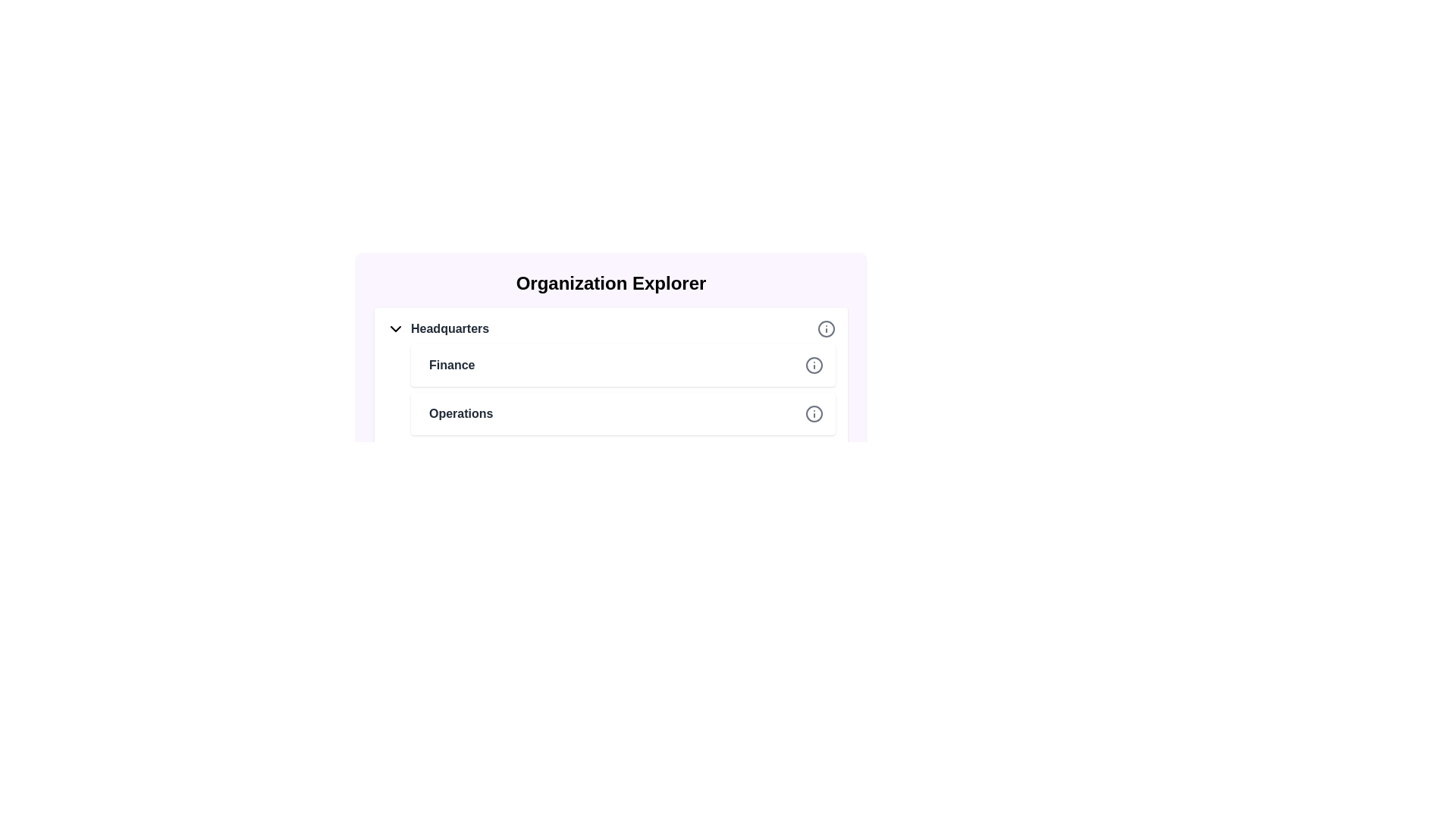 This screenshot has width=1456, height=819. Describe the element at coordinates (623, 366) in the screenshot. I see `the List item component representing 'Finance' located under the 'Headquarters' section, which is the second item in the vertical list` at that location.